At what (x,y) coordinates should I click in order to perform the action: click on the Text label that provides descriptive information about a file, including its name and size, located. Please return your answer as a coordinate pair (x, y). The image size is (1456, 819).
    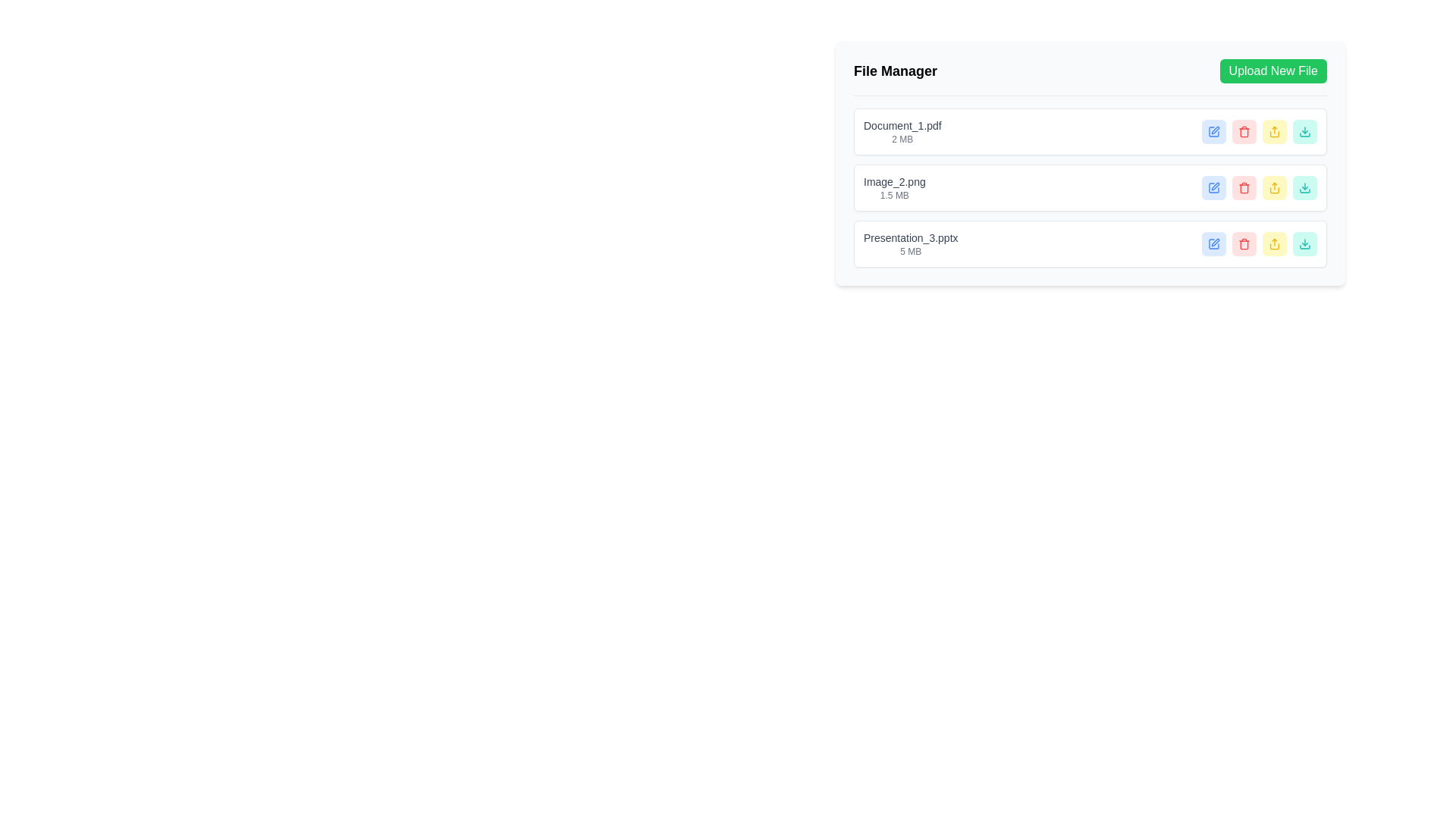
    Looking at the image, I should click on (894, 187).